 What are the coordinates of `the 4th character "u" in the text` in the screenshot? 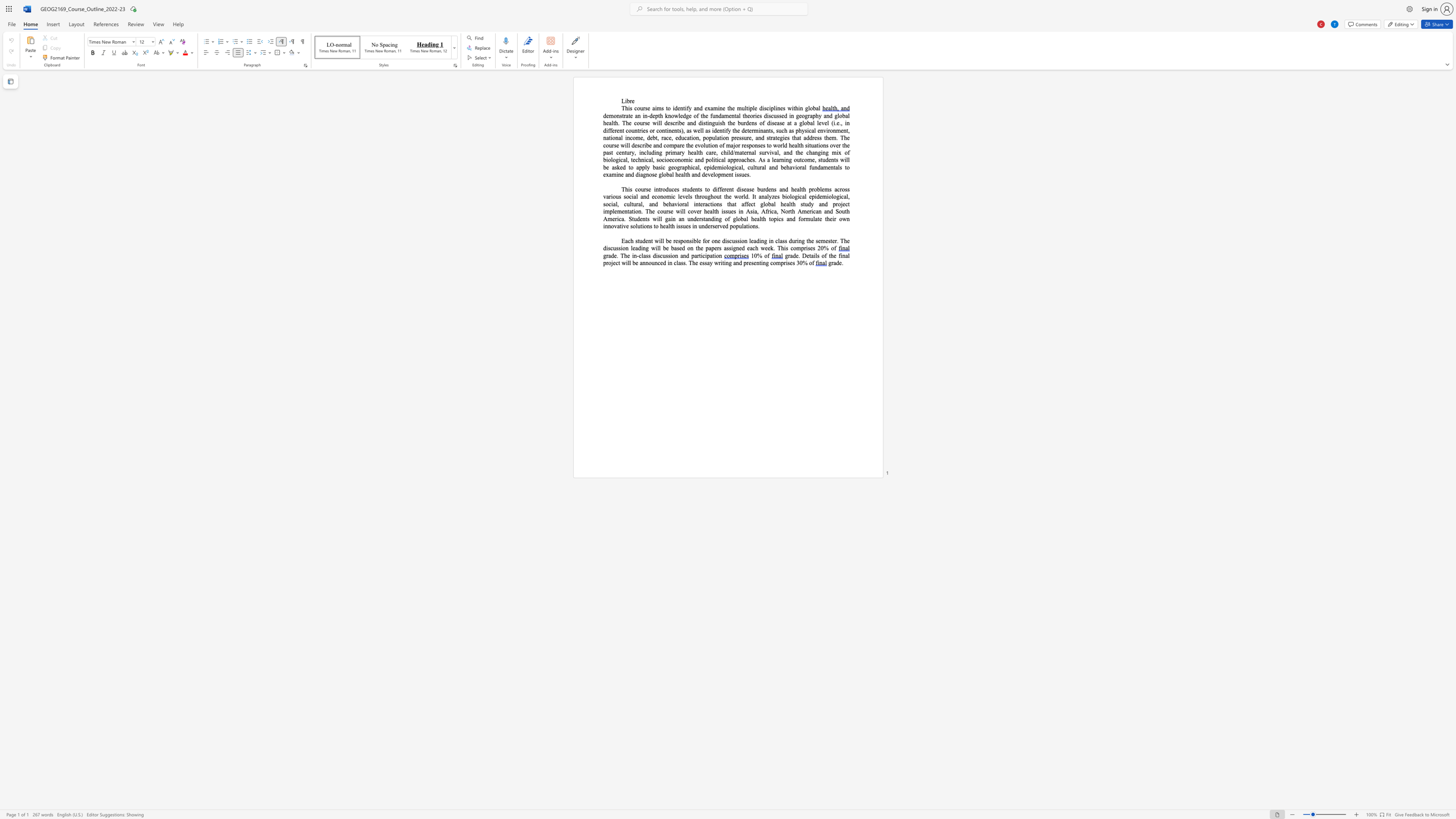 It's located at (716, 123).